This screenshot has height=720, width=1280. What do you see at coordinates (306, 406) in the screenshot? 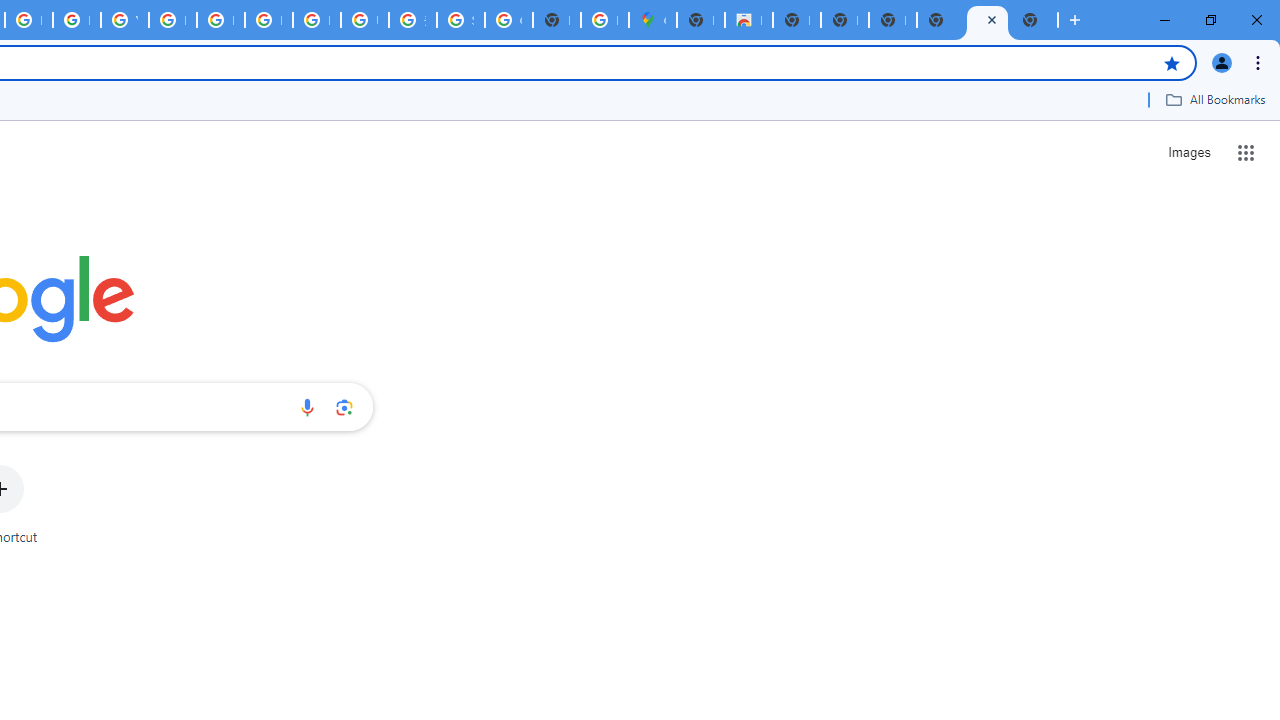
I see `'Search by voice'` at bounding box center [306, 406].